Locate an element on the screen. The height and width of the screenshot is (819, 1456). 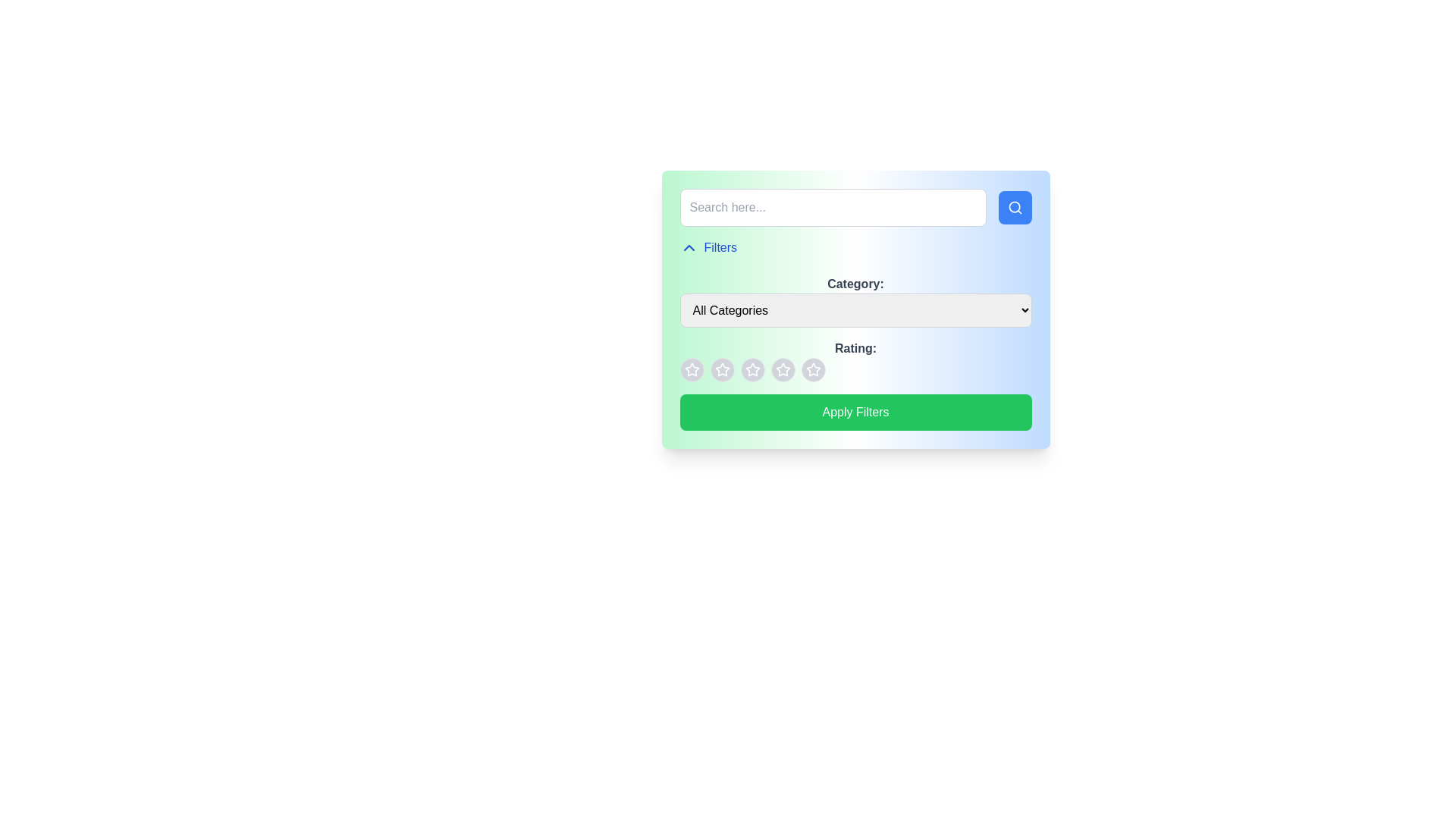
the fourth star icon in the rating widget to set a rating is located at coordinates (812, 369).